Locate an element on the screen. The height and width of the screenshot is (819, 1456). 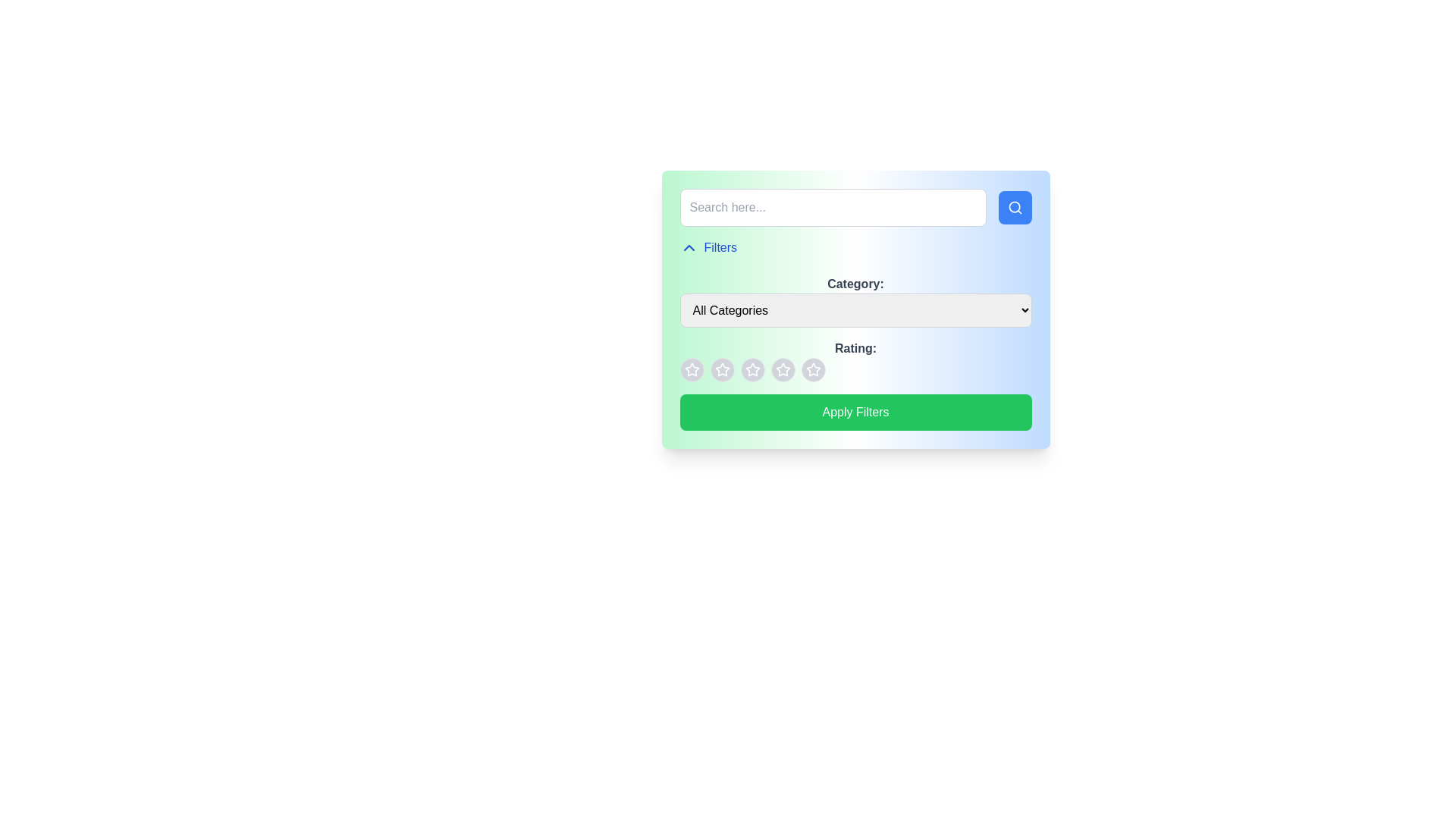
the fourth star icon in the rating widget to set a rating is located at coordinates (812, 369).